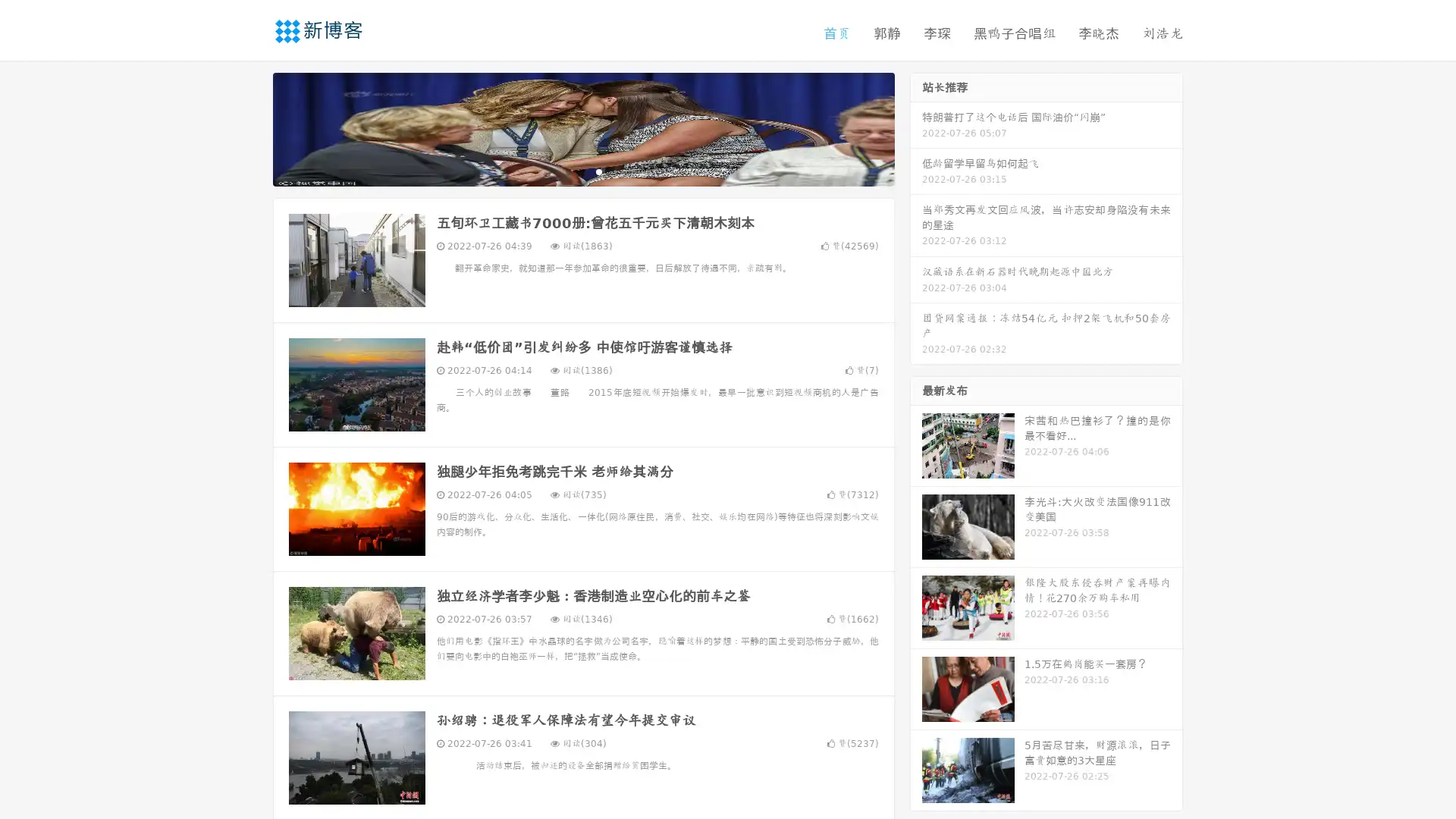 The height and width of the screenshot is (819, 1456). Describe the element at coordinates (916, 127) in the screenshot. I see `Next slide` at that location.